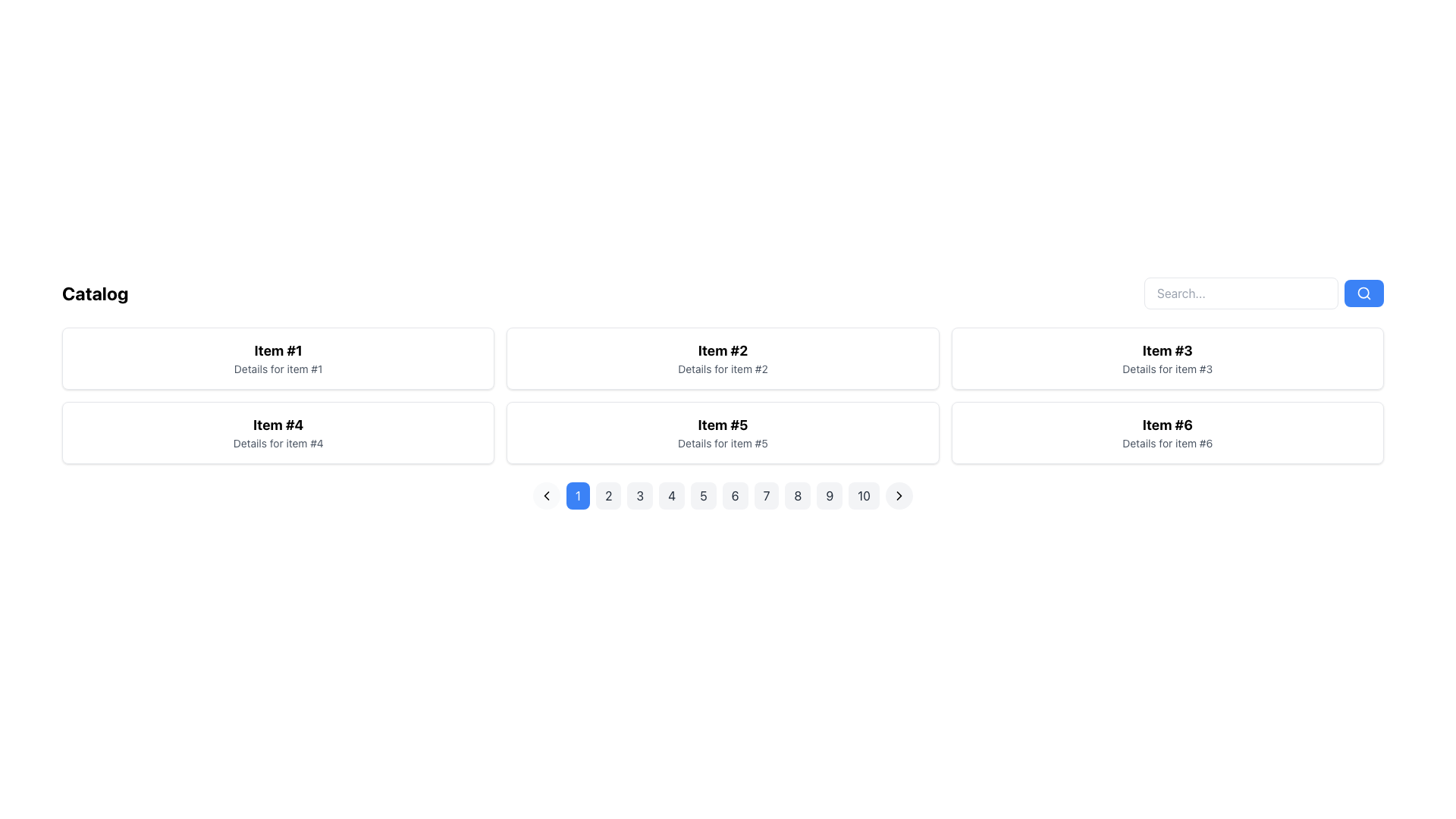  What do you see at coordinates (671, 496) in the screenshot?
I see `the fourth button in the pagination component that navigates to the fourth page of the displayed content` at bounding box center [671, 496].